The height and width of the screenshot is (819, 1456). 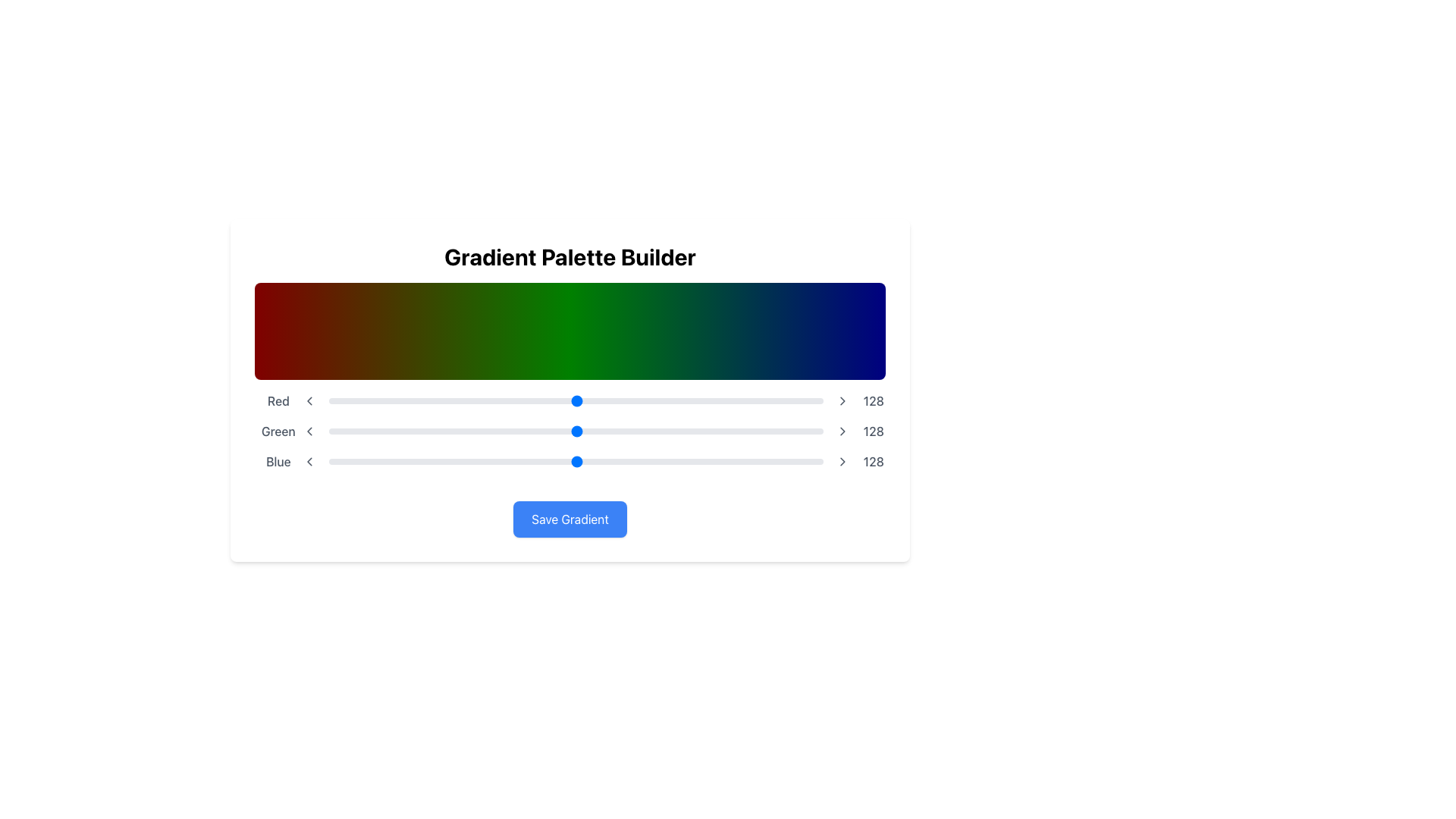 I want to click on the blue color intensity, so click(x=440, y=458).